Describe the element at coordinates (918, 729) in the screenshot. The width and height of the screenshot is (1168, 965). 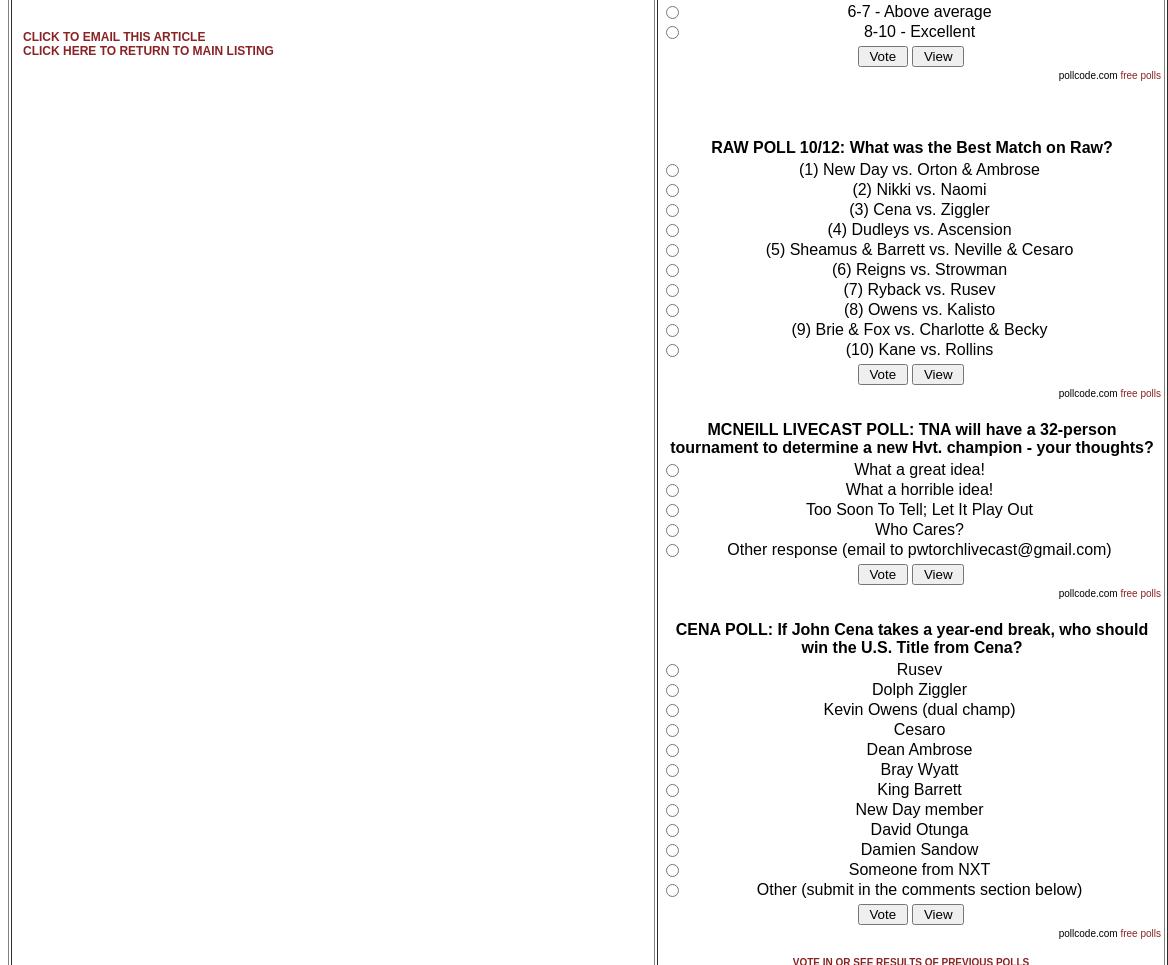
I see `'Cesaro'` at that location.